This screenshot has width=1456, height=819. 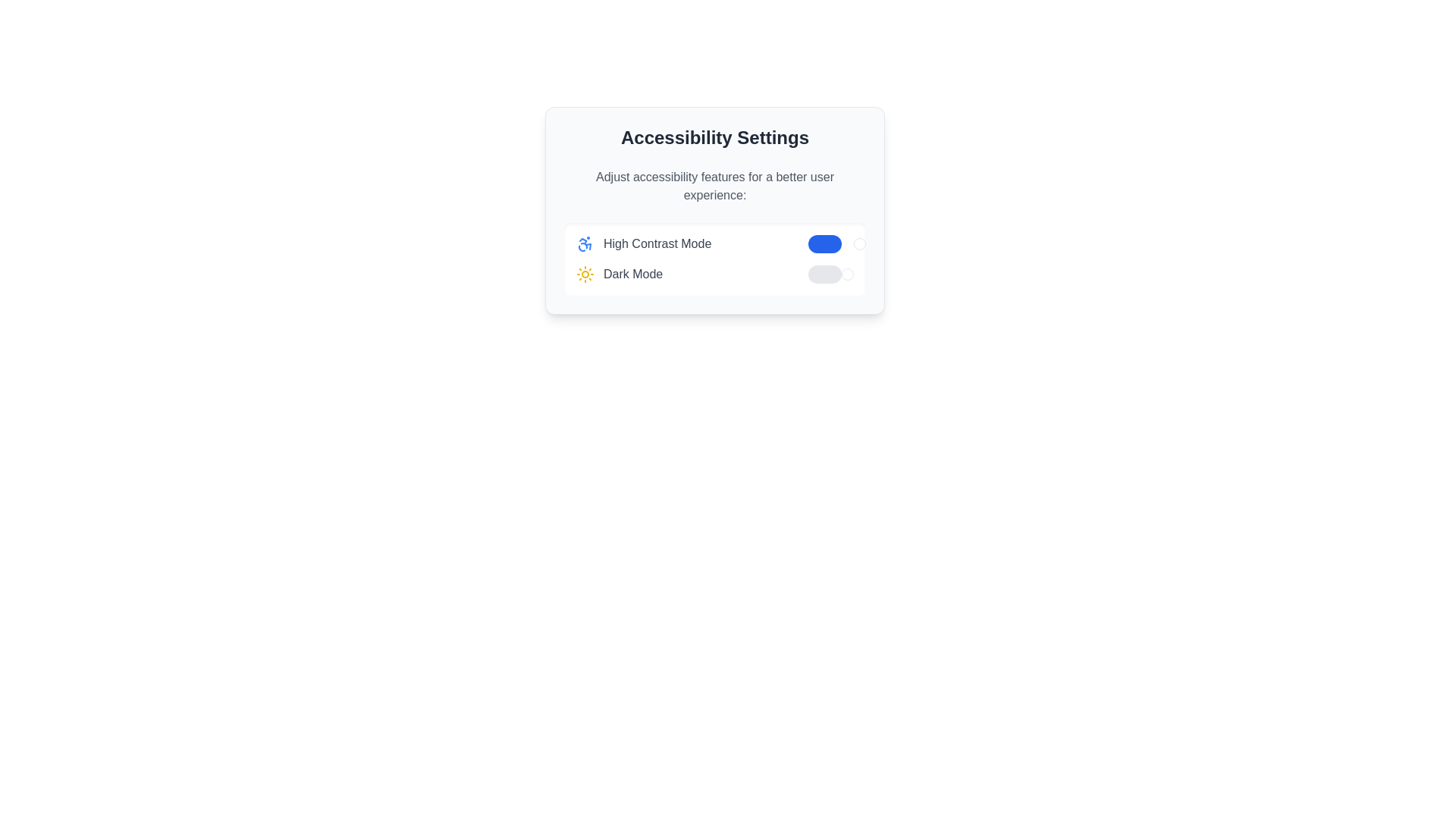 What do you see at coordinates (824, 275) in the screenshot?
I see `the background of the toggle switch for the 'Dark Mode' option in the 'Accessibility Settings' modal, which is styled as a rounded rectangle and is light grey in color` at bounding box center [824, 275].